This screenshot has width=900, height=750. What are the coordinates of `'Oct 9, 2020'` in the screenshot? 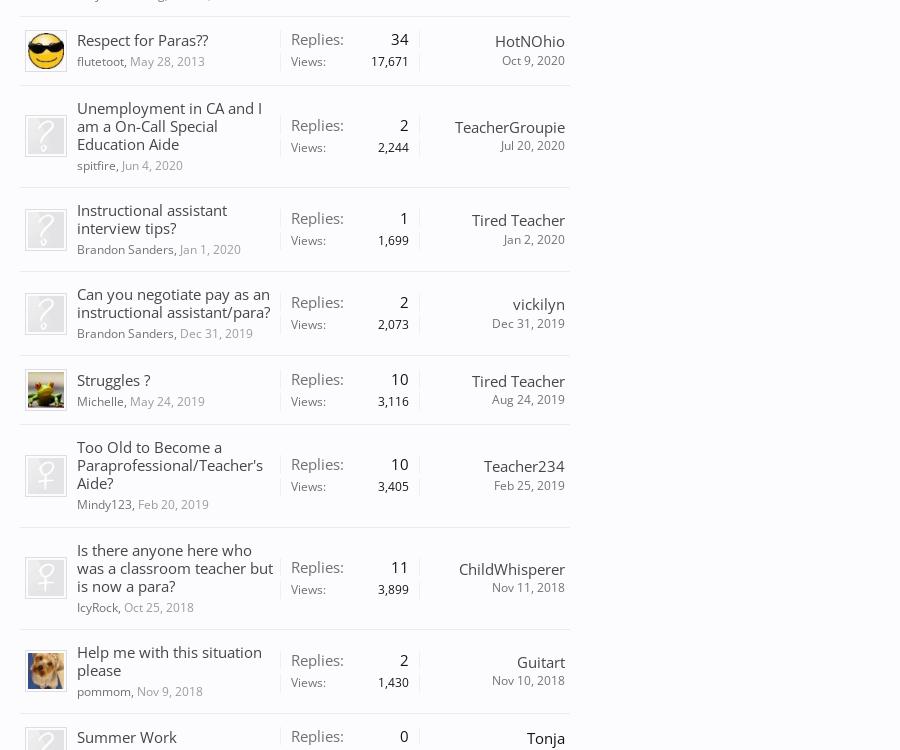 It's located at (532, 59).